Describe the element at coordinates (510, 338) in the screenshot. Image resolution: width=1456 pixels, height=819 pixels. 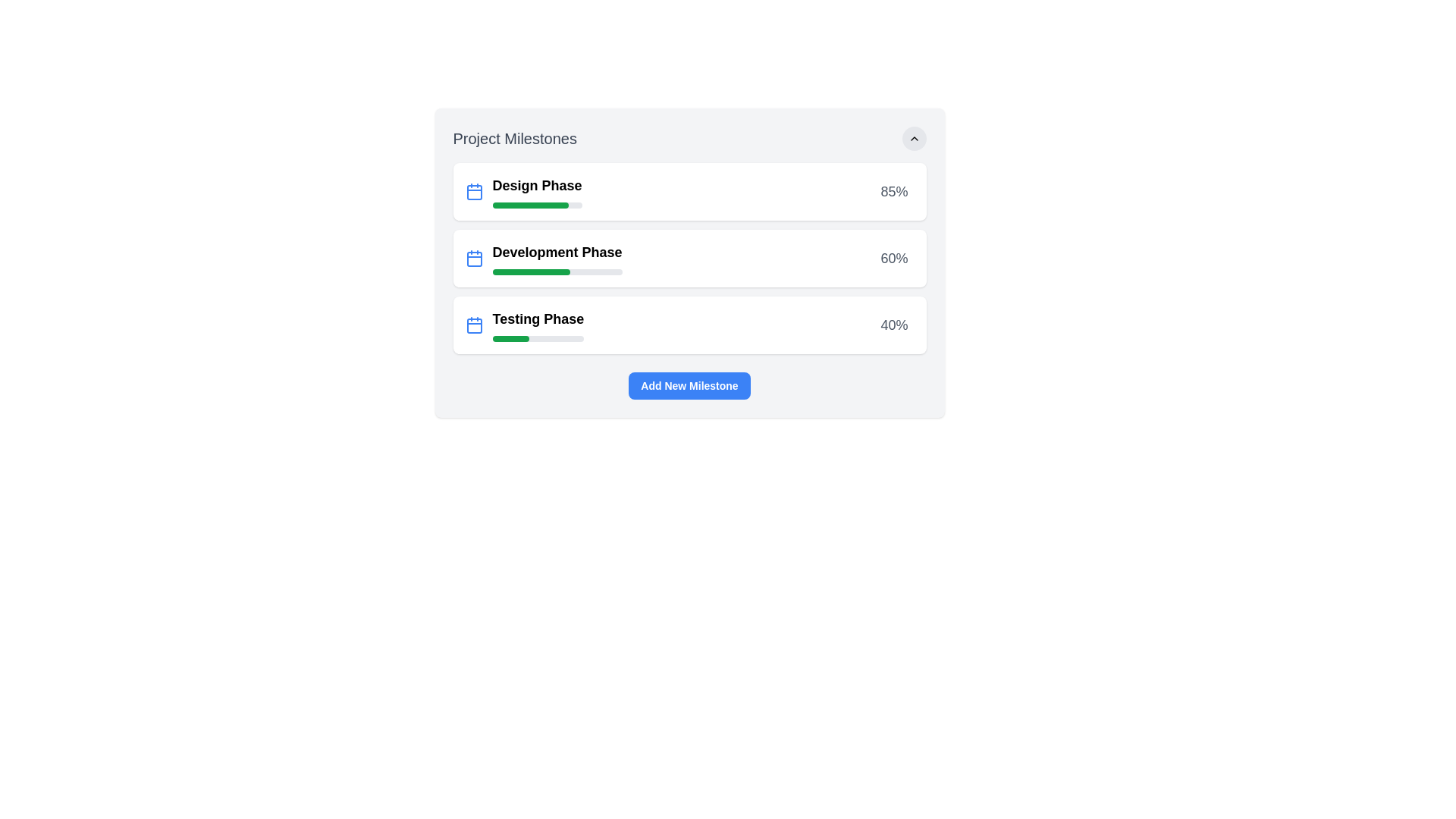
I see `the green progress bar indicating 40% completion for the 'Testing Phase' milestone to potentially display additional information` at that location.